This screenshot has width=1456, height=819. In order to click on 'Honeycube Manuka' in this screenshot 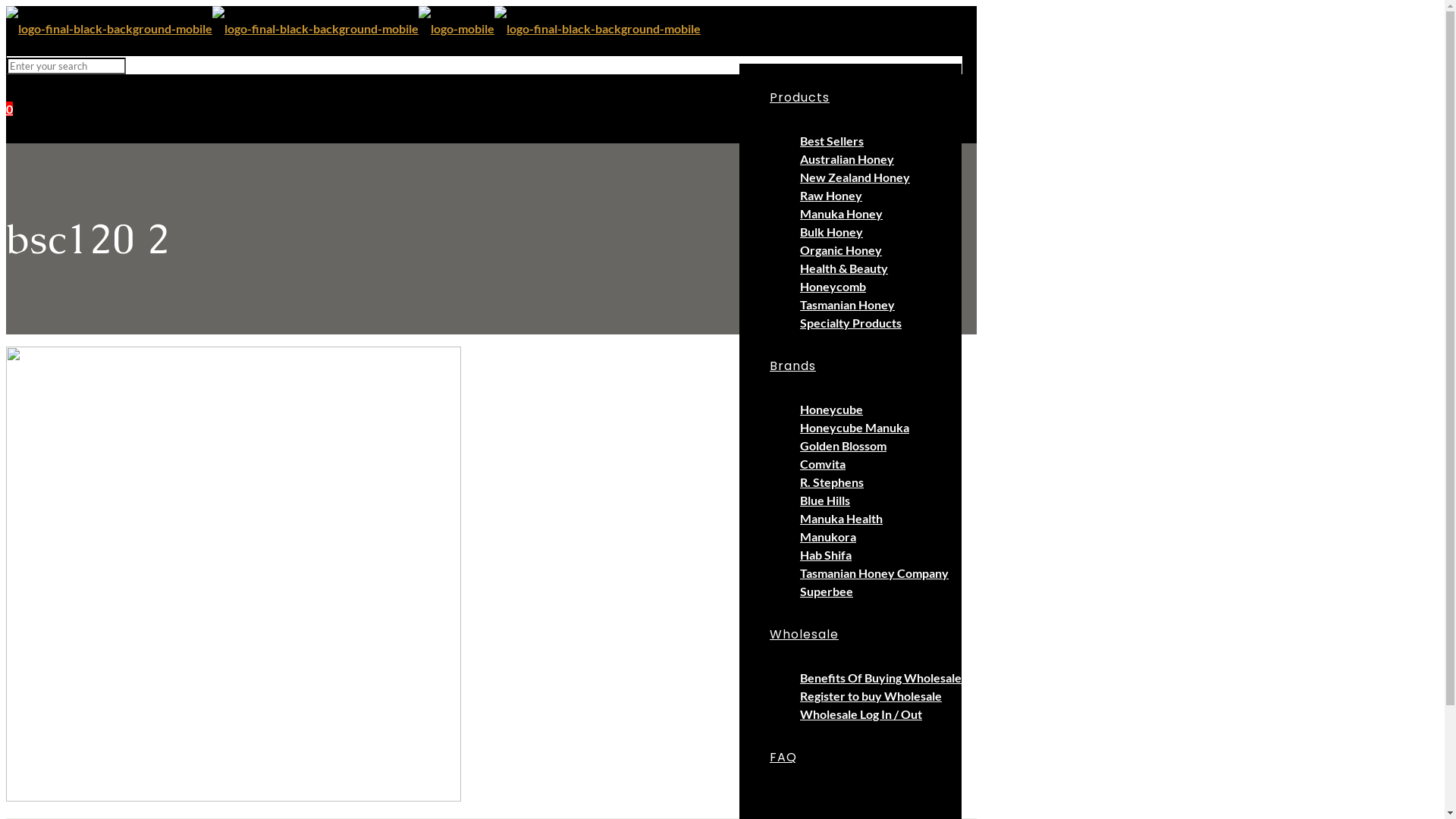, I will do `click(855, 427)`.